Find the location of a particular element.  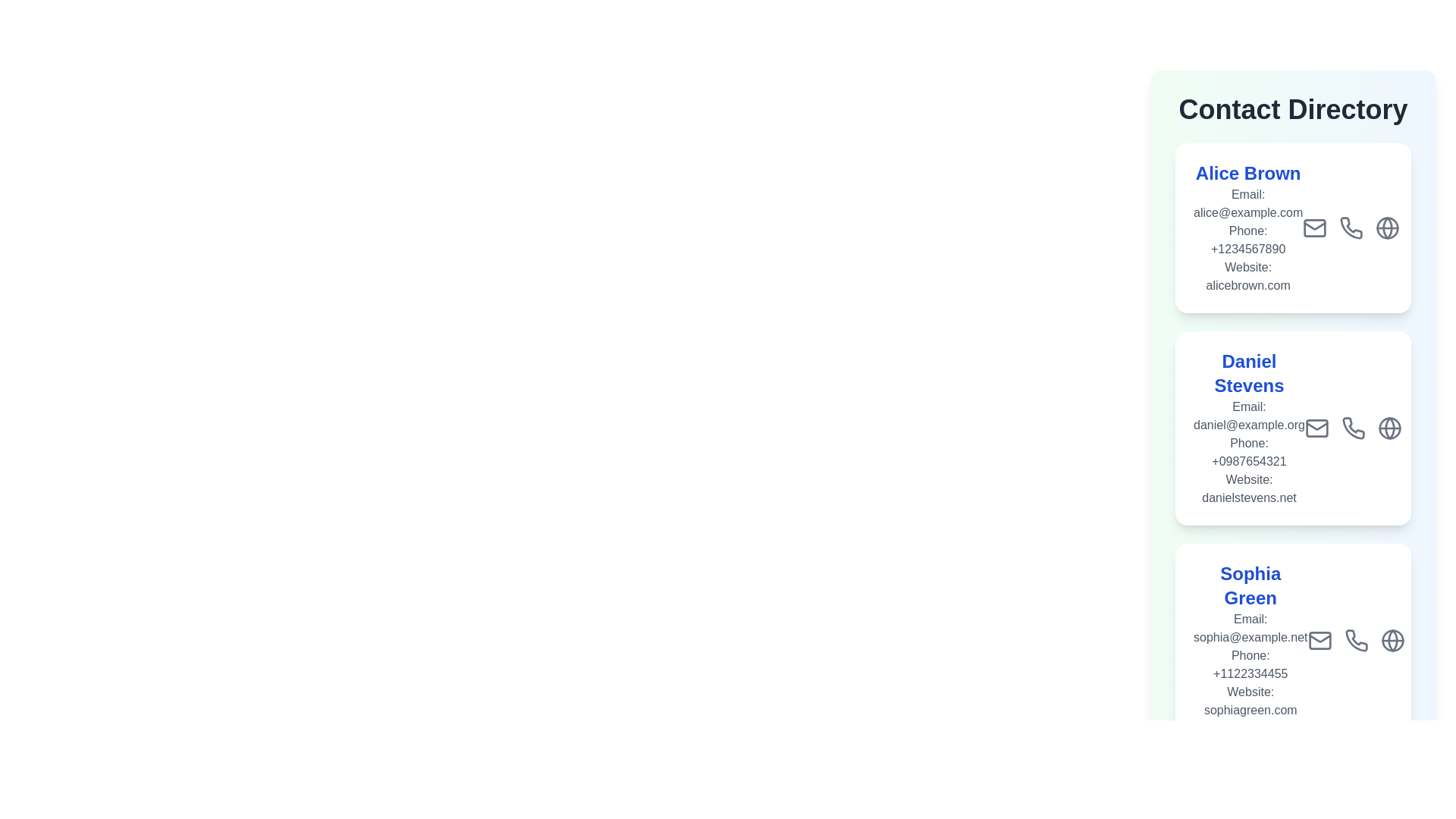

the contact's website icon to view details is located at coordinates (1387, 227).